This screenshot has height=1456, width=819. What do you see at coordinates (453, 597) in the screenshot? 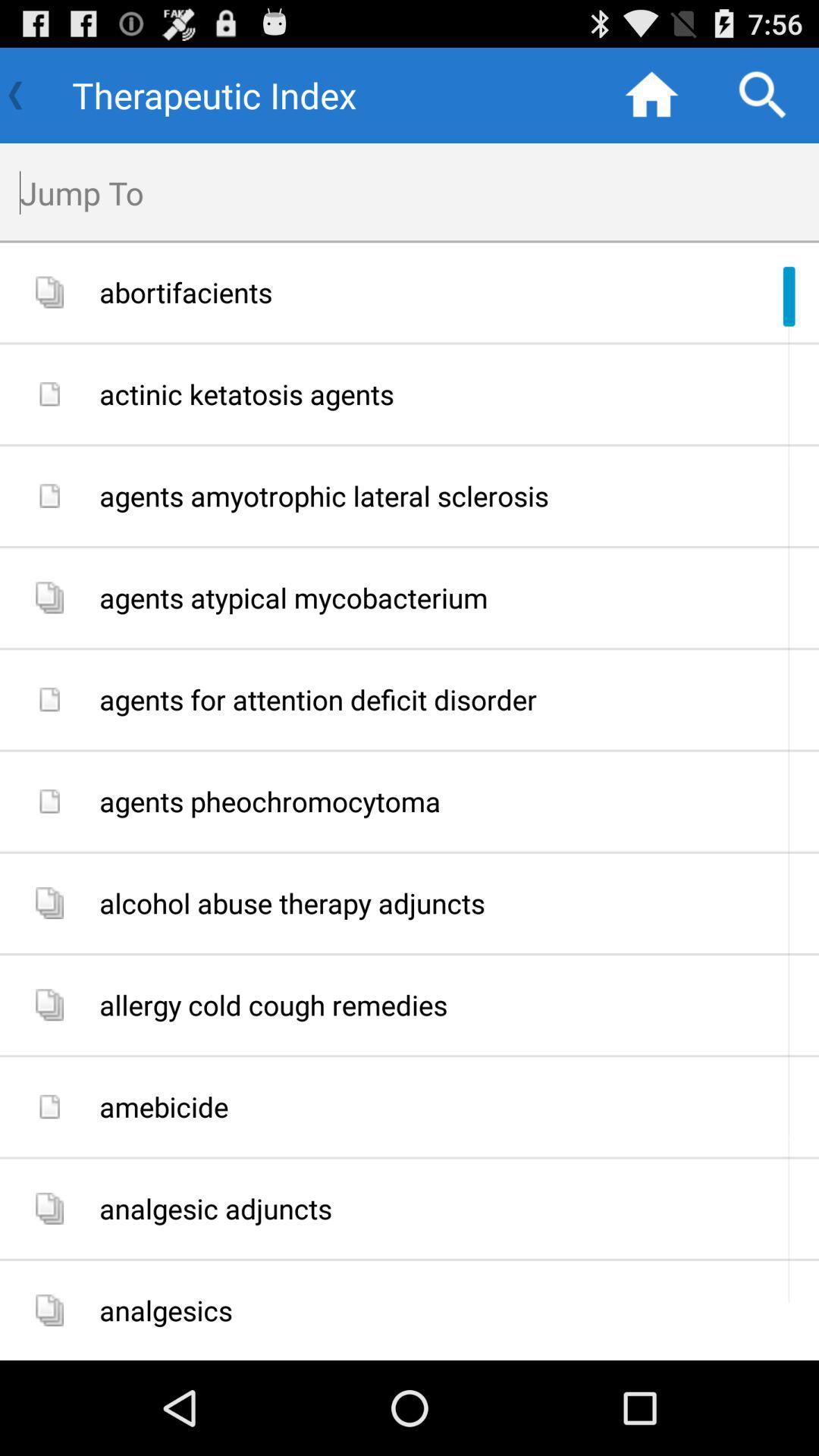
I see `app above agents for attention` at bounding box center [453, 597].